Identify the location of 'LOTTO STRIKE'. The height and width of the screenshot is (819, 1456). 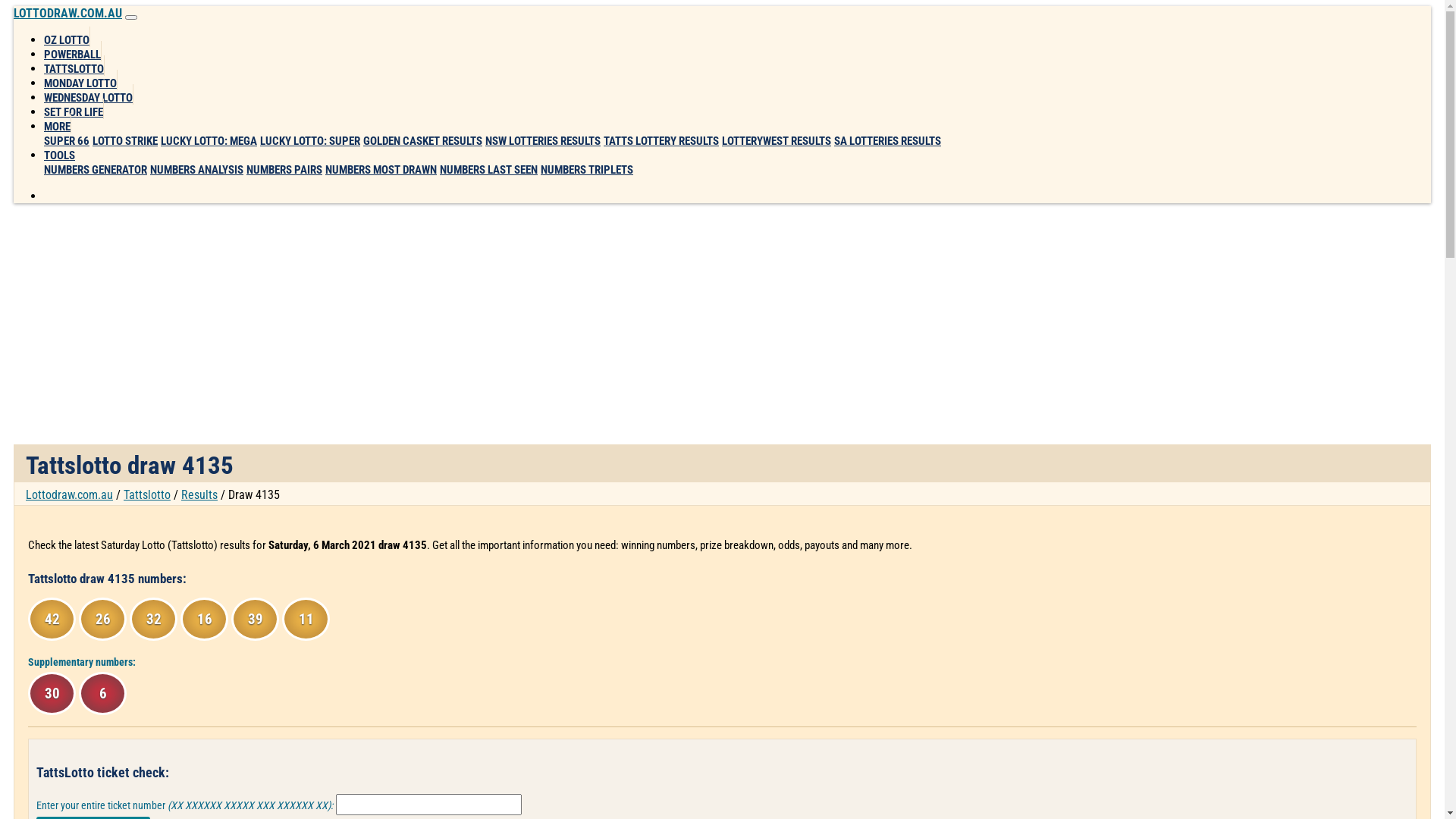
(124, 140).